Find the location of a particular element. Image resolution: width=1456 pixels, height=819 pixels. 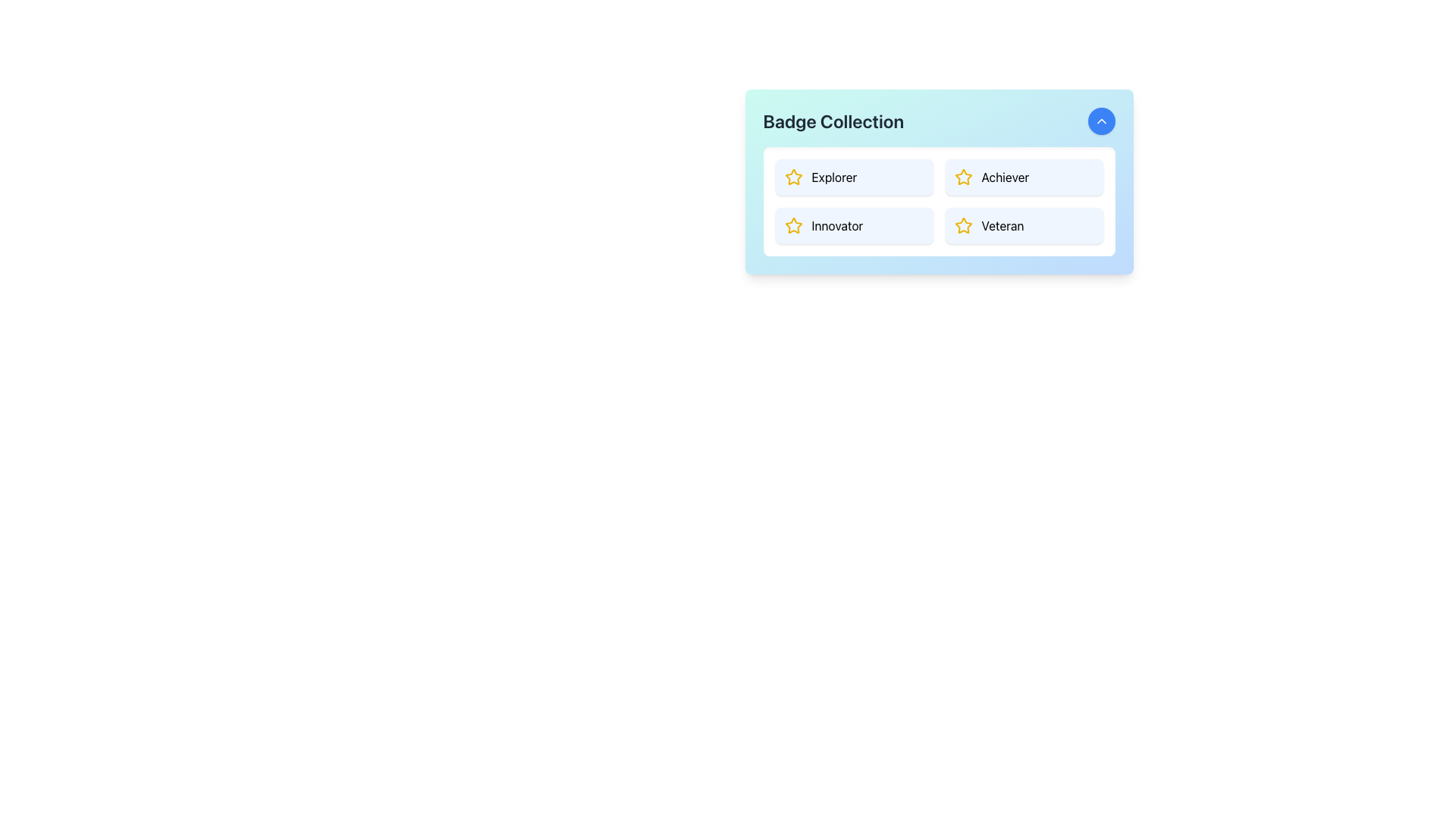

'Veteran' badge icon, which is a decorative star icon located at the bottom-right row of the badge grid, adjacent to the 'Innovator' badge is located at coordinates (962, 225).